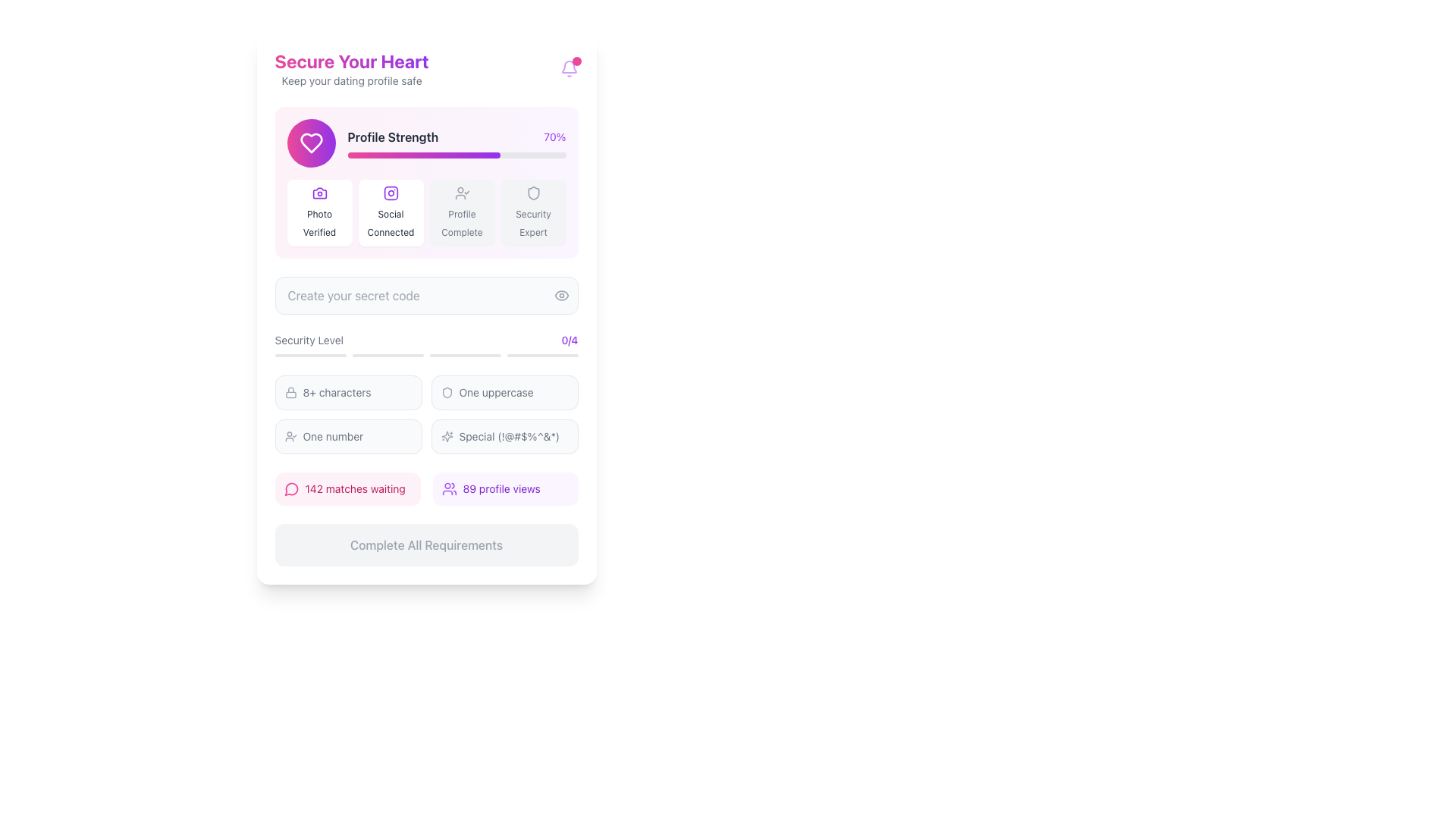 The height and width of the screenshot is (819, 1456). Describe the element at coordinates (425, 213) in the screenshot. I see `the 'Social Connected' text field which indicates the status of the application interface, positioned centrally in the grid layout` at that location.